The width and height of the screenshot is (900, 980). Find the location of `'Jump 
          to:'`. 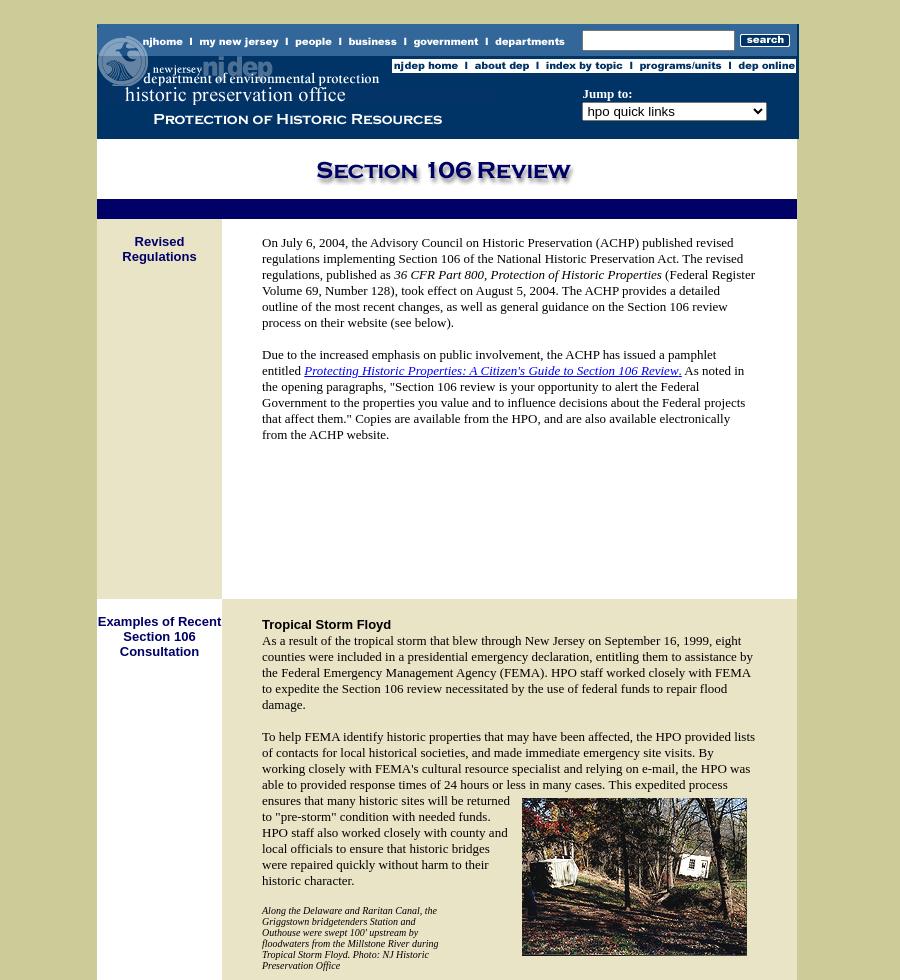

'Jump 
          to:' is located at coordinates (606, 93).